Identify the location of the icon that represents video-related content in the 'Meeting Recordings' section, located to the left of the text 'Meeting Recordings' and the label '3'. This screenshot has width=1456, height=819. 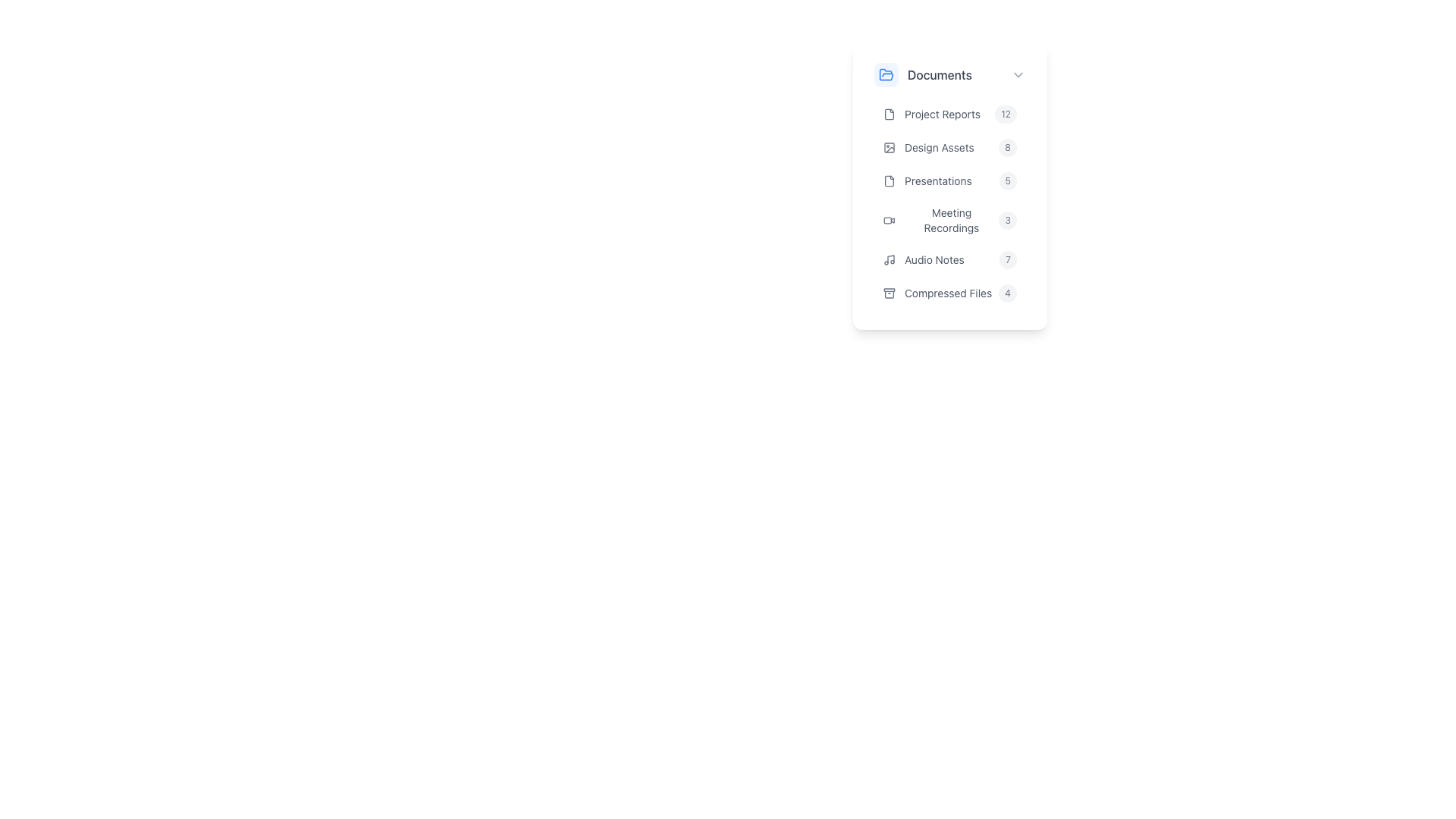
(889, 220).